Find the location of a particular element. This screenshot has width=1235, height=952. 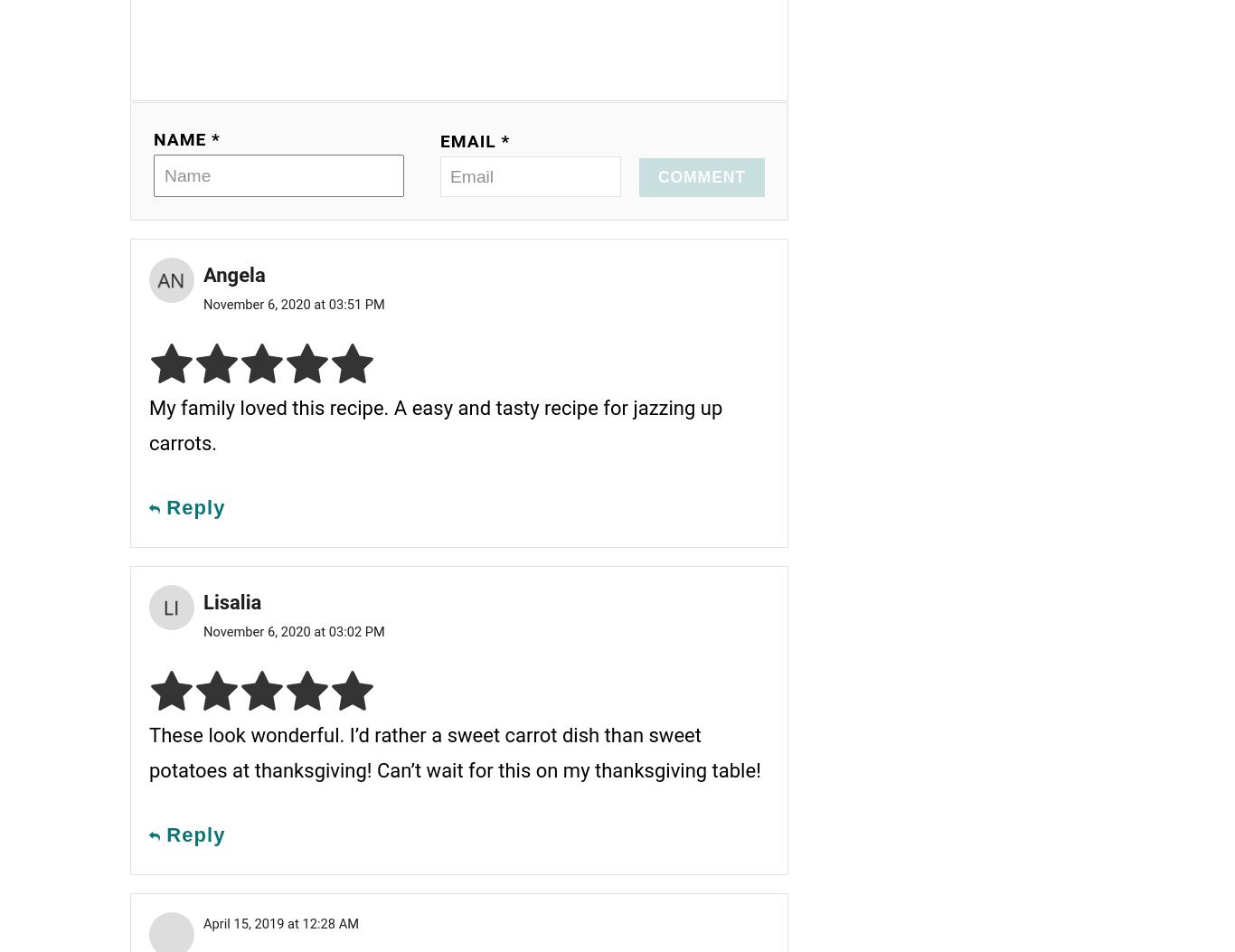

'My family loved this recipe.  A  easy and tasty recipe for jazzing up carrots.' is located at coordinates (436, 424).